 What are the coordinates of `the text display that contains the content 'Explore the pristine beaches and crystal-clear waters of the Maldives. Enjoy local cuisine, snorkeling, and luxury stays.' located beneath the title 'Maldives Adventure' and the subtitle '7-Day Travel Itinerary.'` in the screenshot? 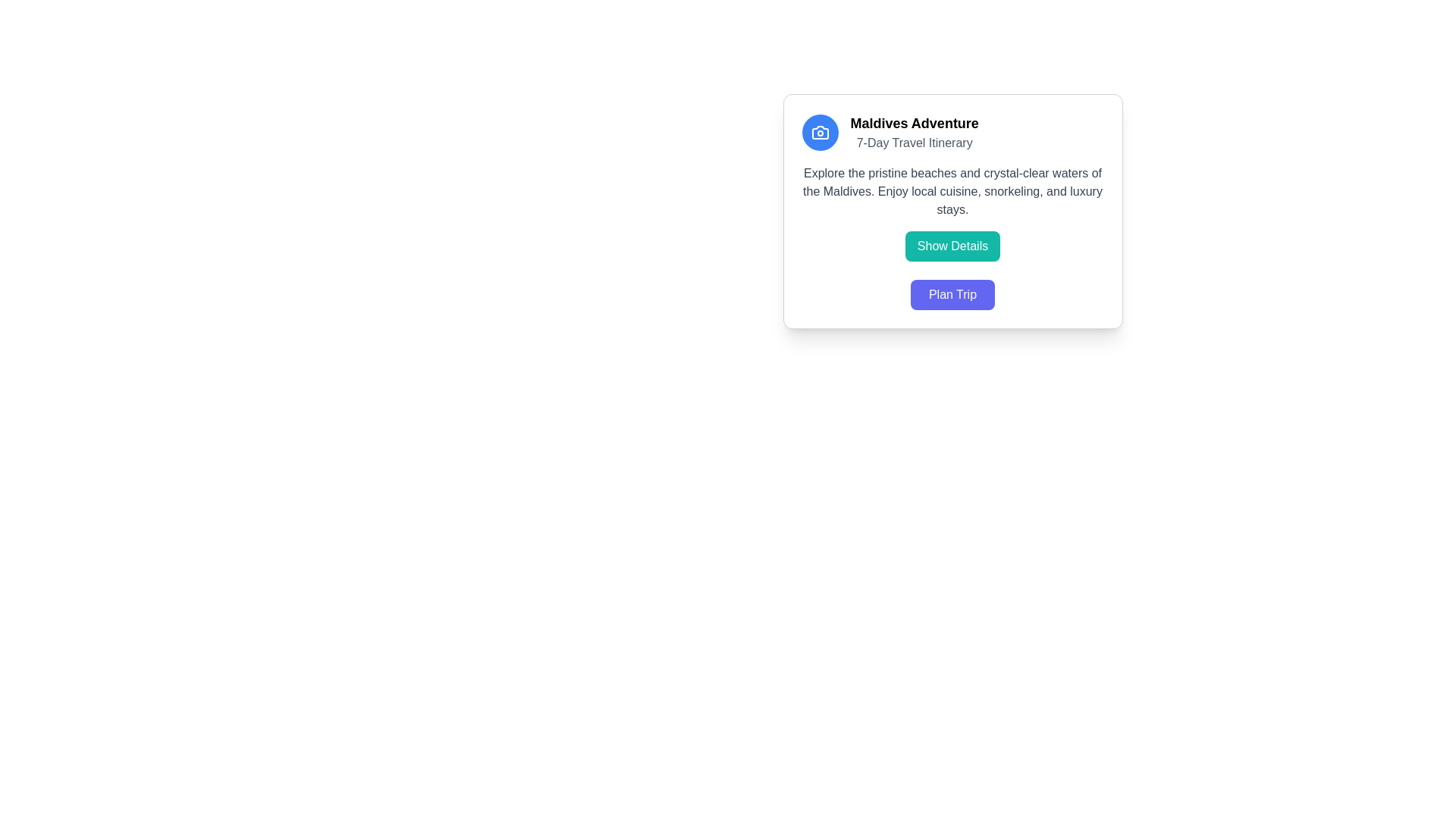 It's located at (952, 191).